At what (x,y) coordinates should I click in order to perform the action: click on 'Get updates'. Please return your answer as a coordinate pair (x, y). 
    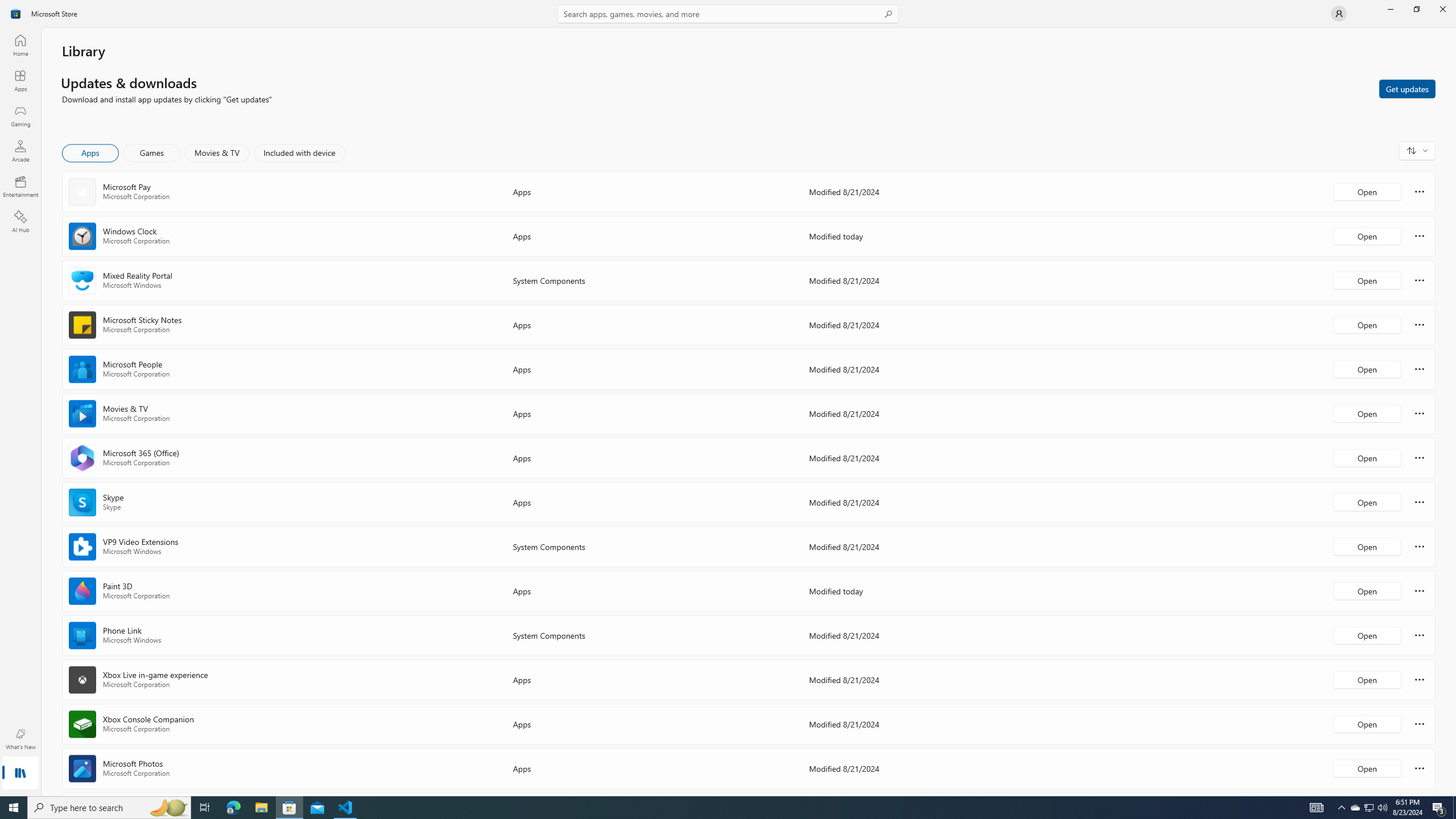
    Looking at the image, I should click on (1407, 88).